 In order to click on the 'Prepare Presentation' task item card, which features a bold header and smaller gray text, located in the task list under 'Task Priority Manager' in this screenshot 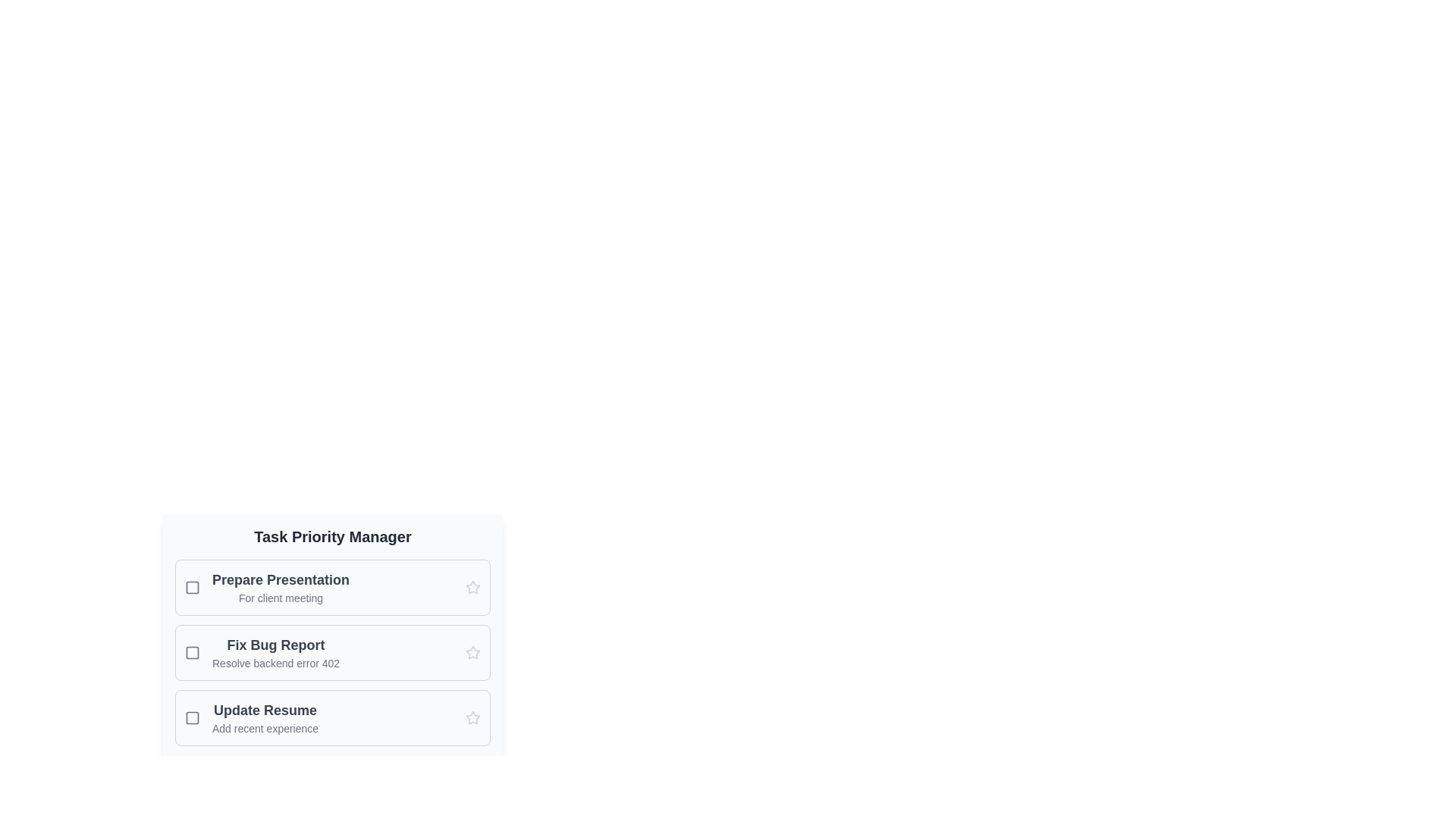, I will do `click(281, 587)`.